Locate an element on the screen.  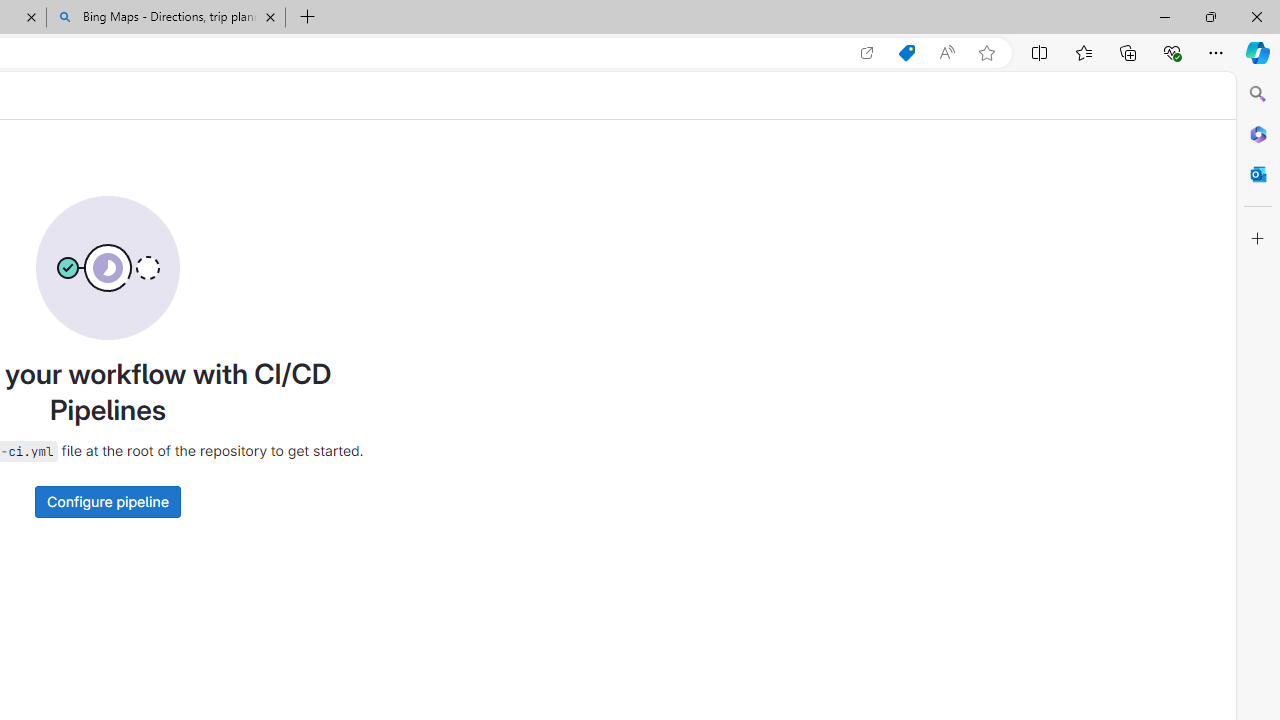
'Configure pipeline' is located at coordinates (106, 500).